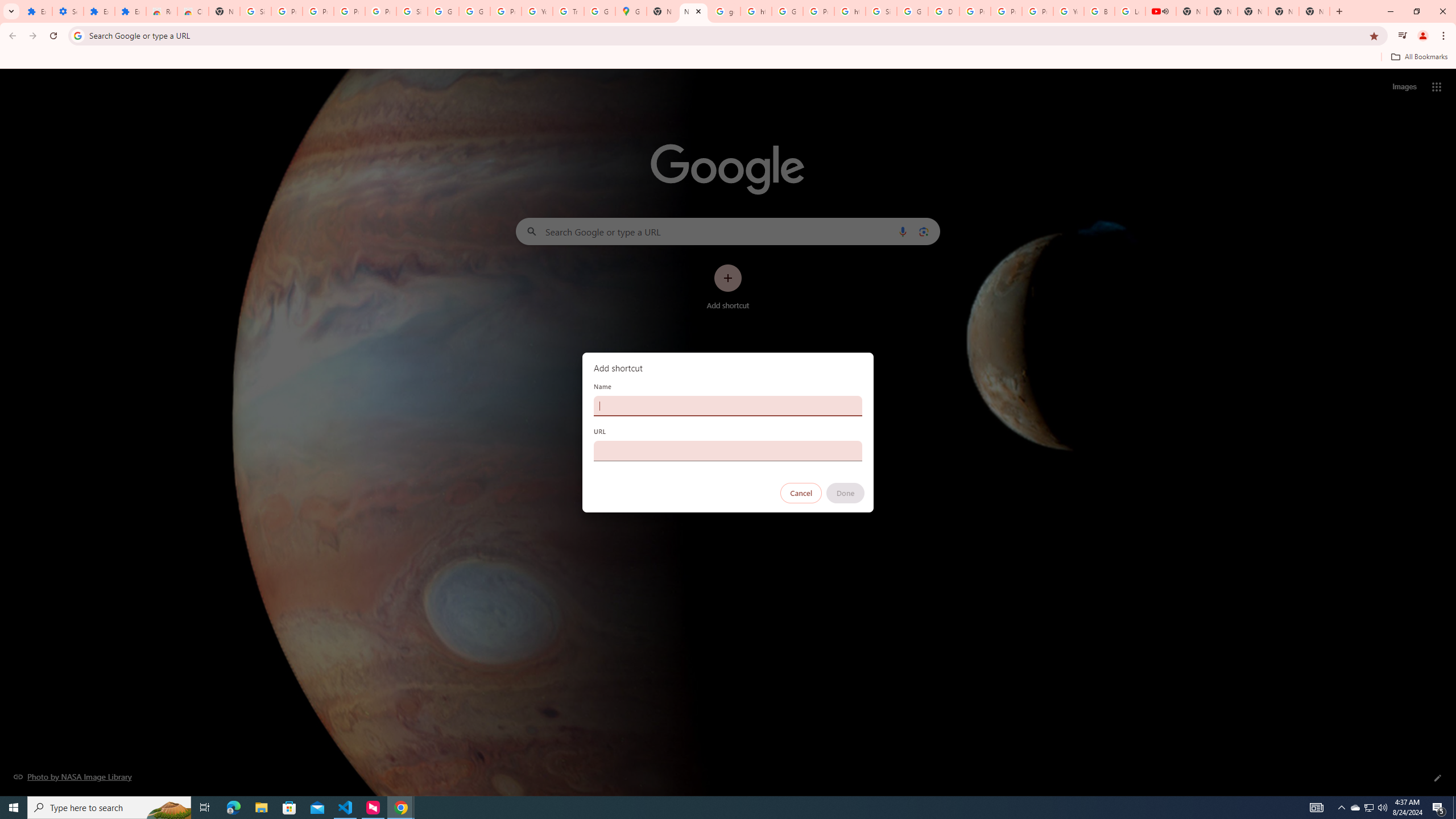 Image resolution: width=1456 pixels, height=819 pixels. Describe the element at coordinates (192, 11) in the screenshot. I see `'Chrome Web Store - Themes'` at that location.